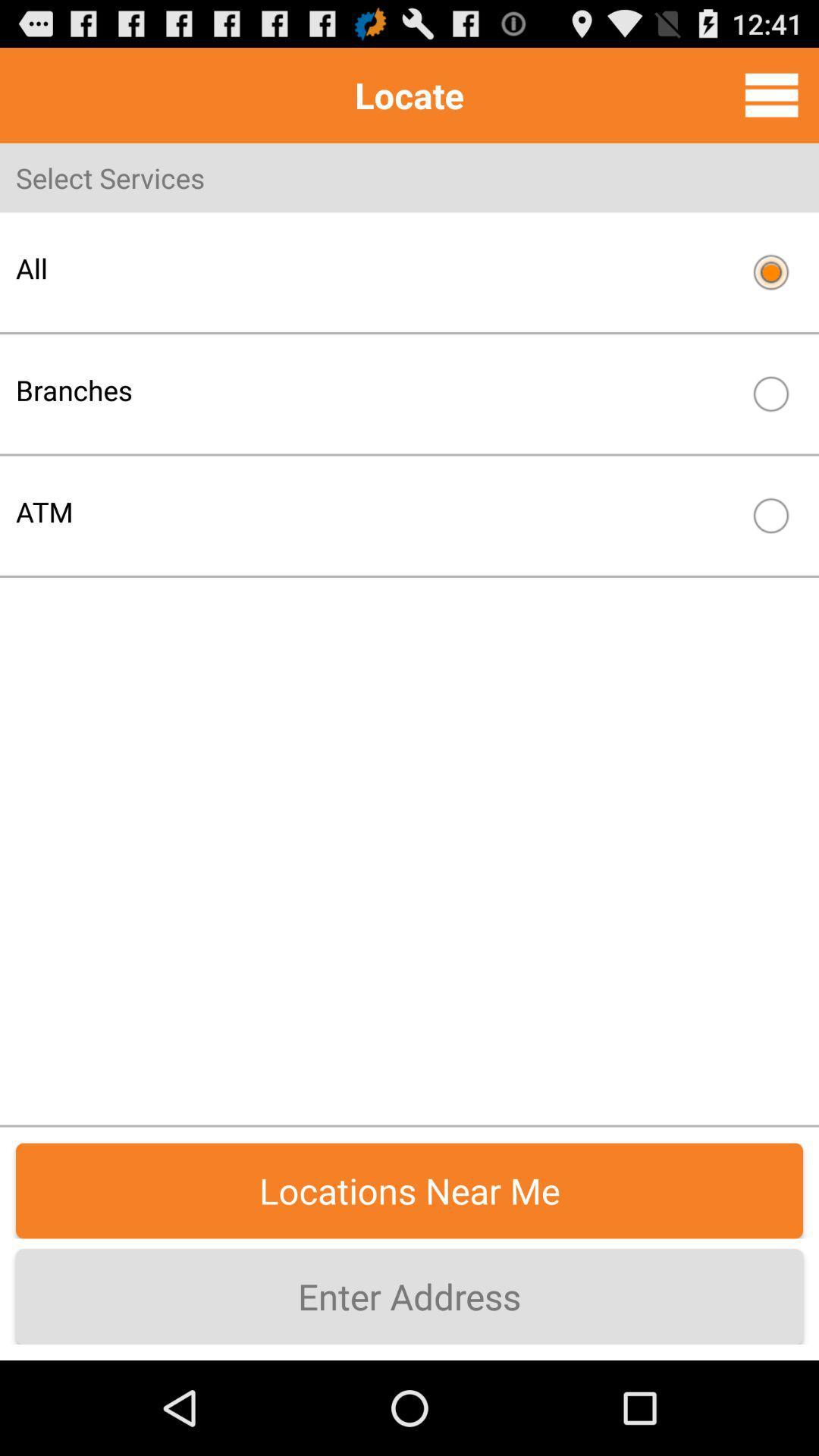 The height and width of the screenshot is (1456, 819). I want to click on enter address item, so click(409, 1295).